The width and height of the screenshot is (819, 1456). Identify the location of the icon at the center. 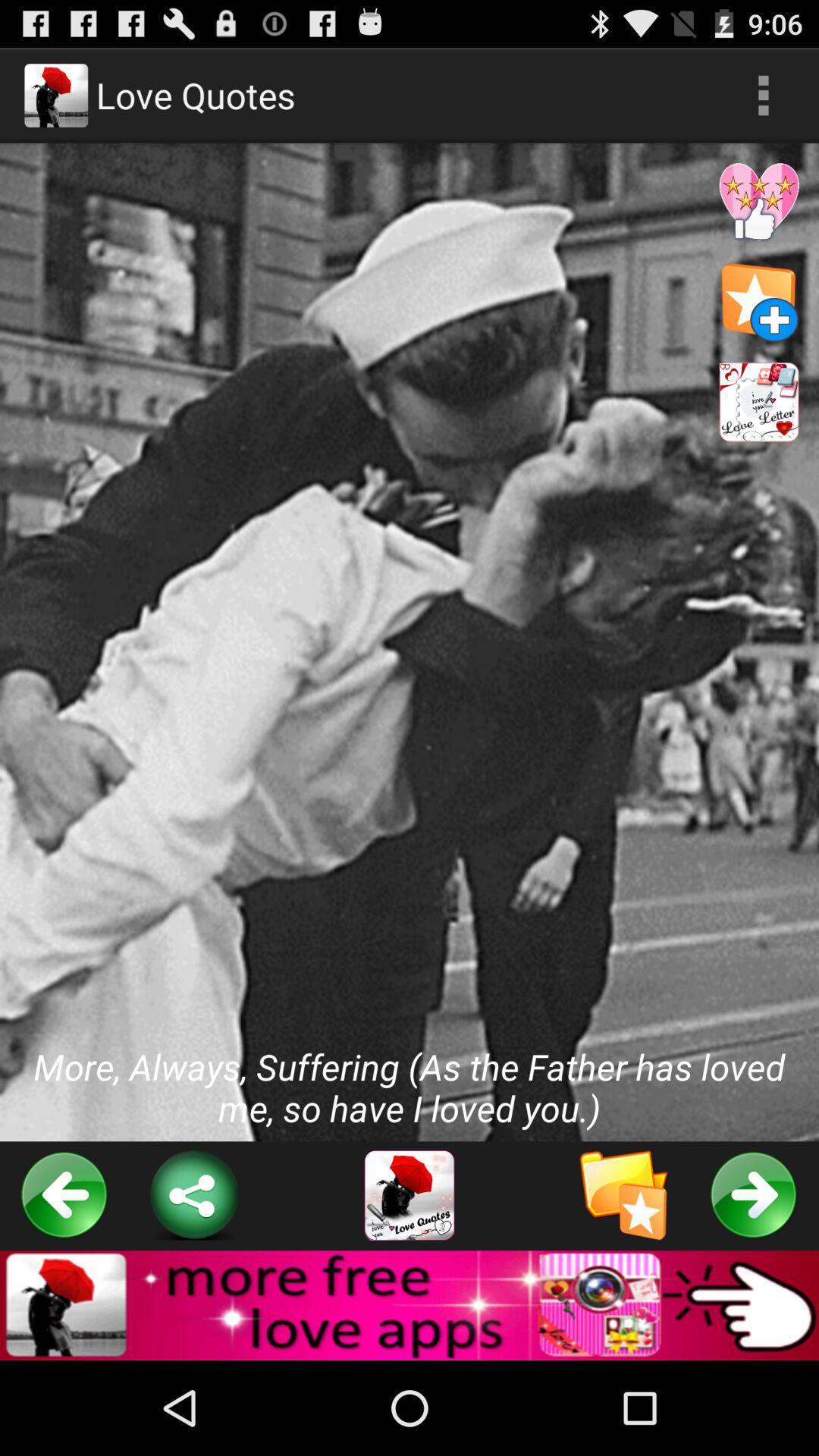
(409, 642).